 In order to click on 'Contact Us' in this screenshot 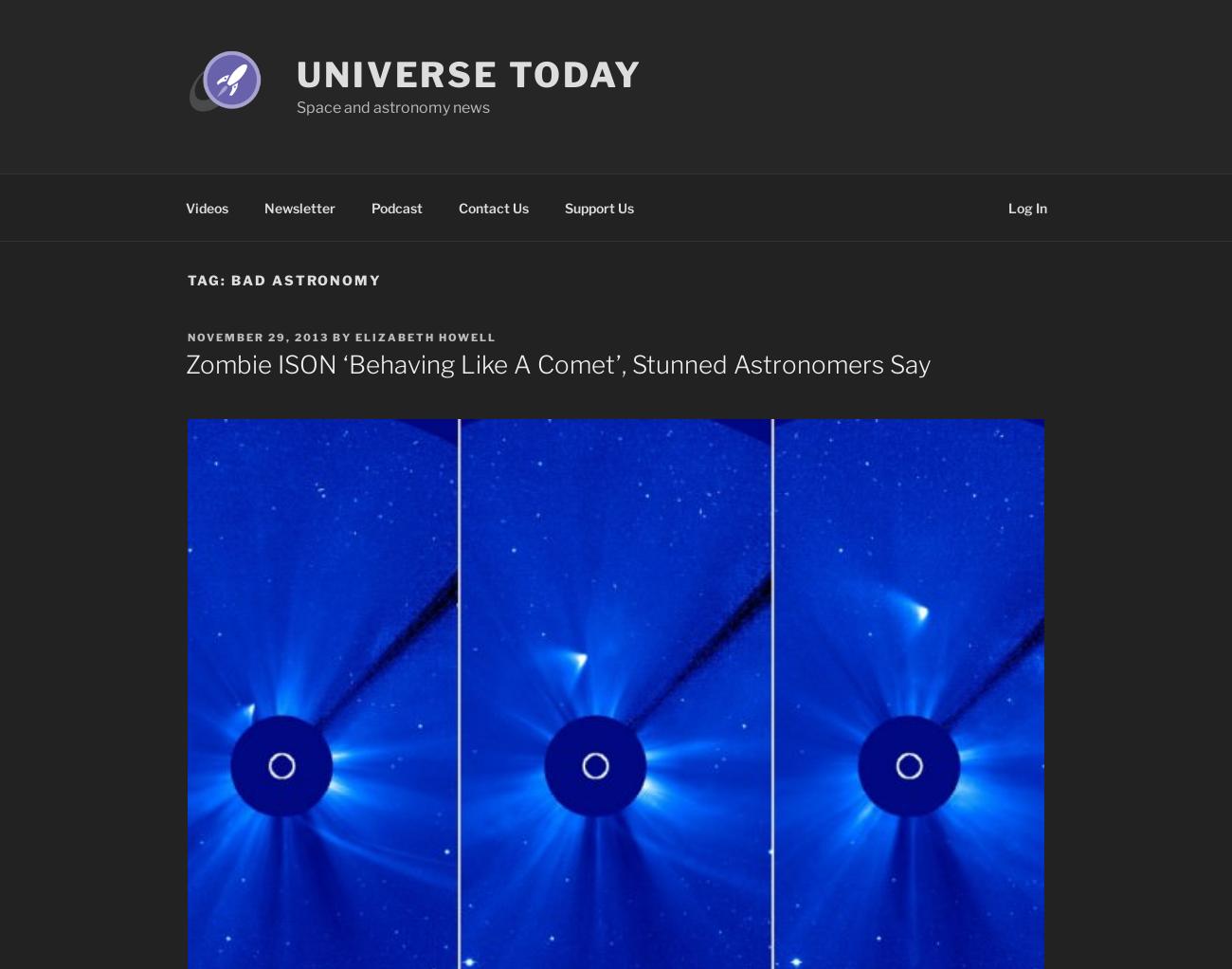, I will do `click(456, 207)`.